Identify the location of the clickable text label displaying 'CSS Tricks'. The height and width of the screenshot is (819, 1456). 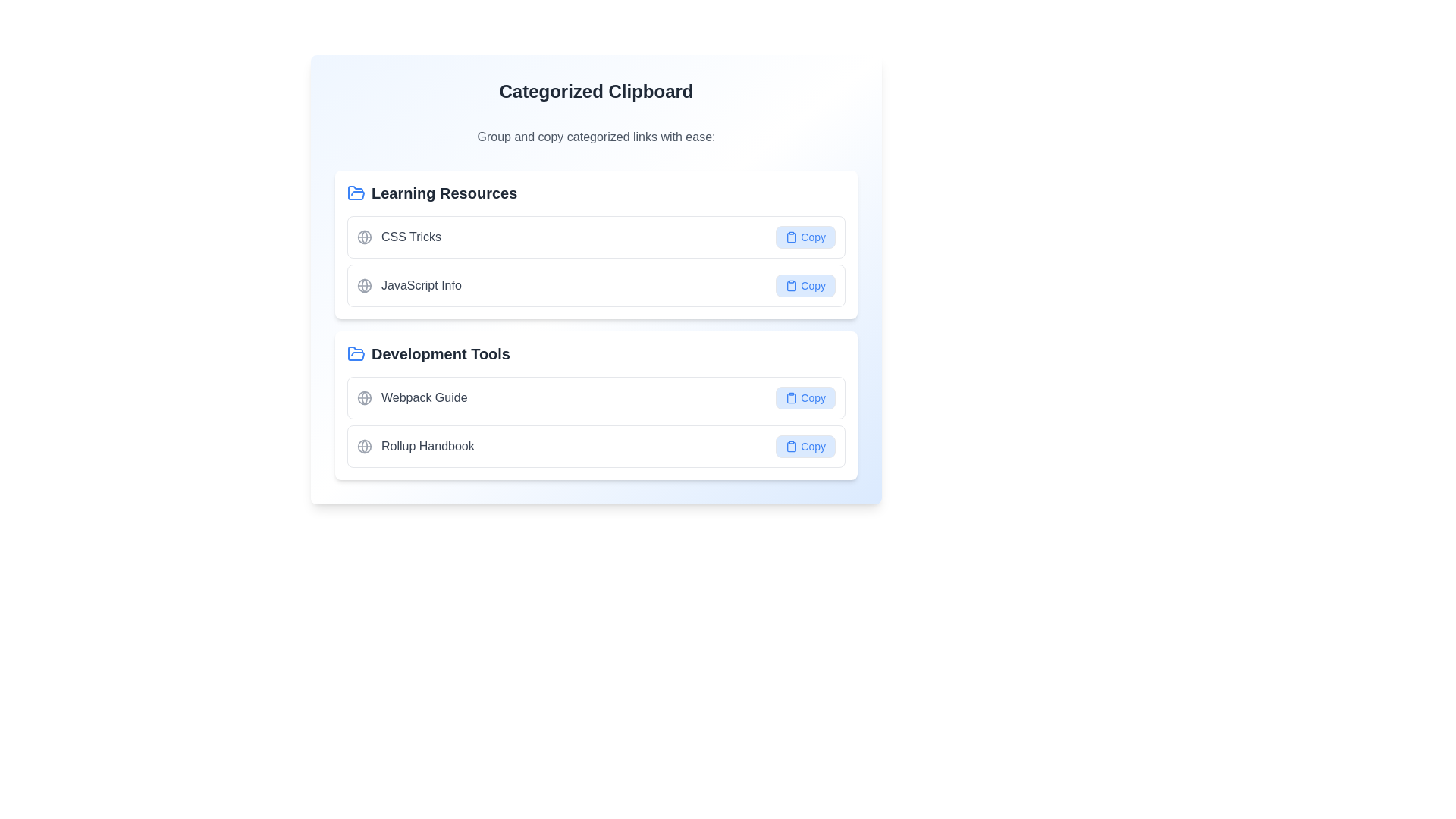
(411, 237).